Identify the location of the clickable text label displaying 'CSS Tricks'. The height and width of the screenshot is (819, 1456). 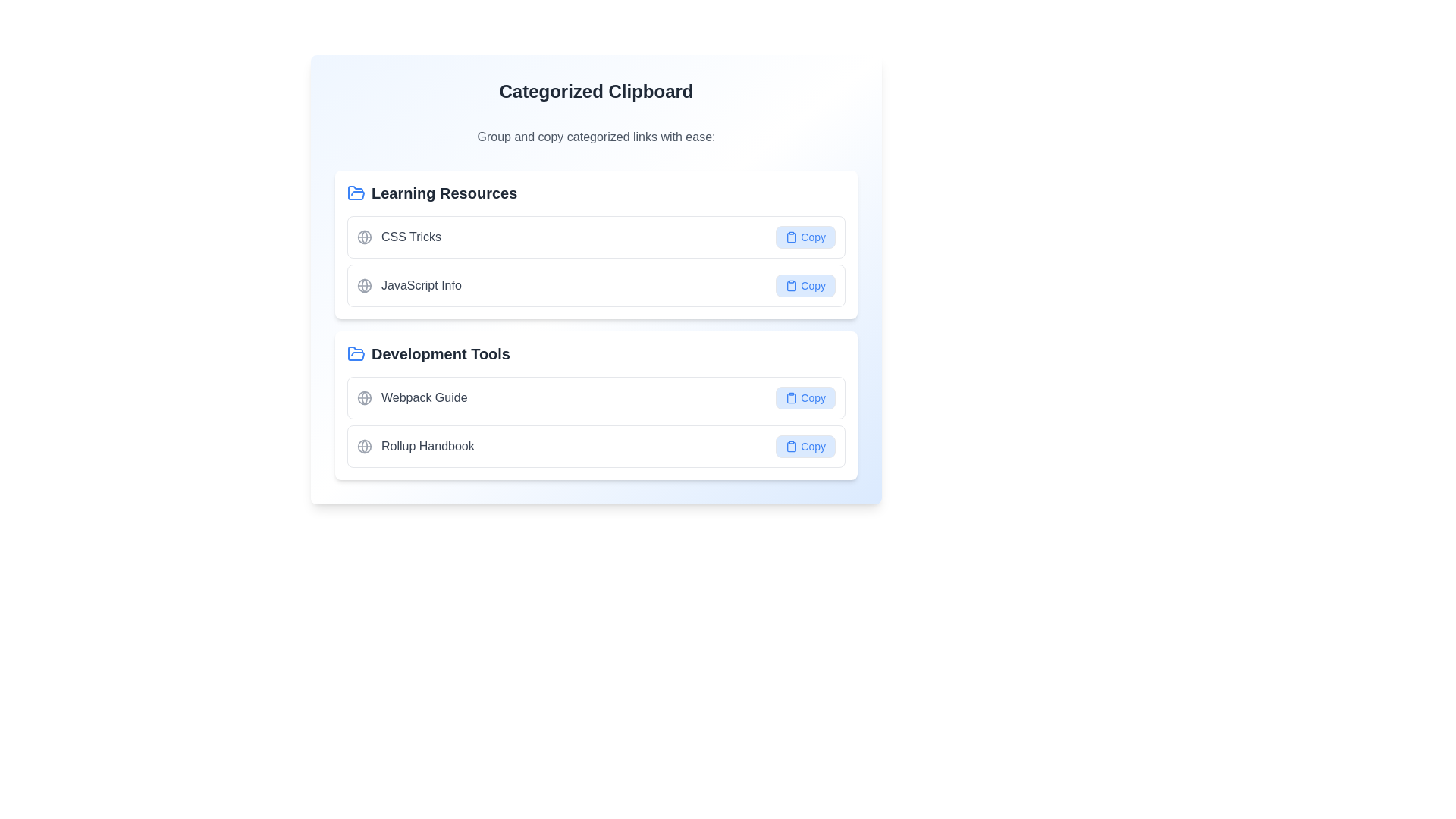
(411, 237).